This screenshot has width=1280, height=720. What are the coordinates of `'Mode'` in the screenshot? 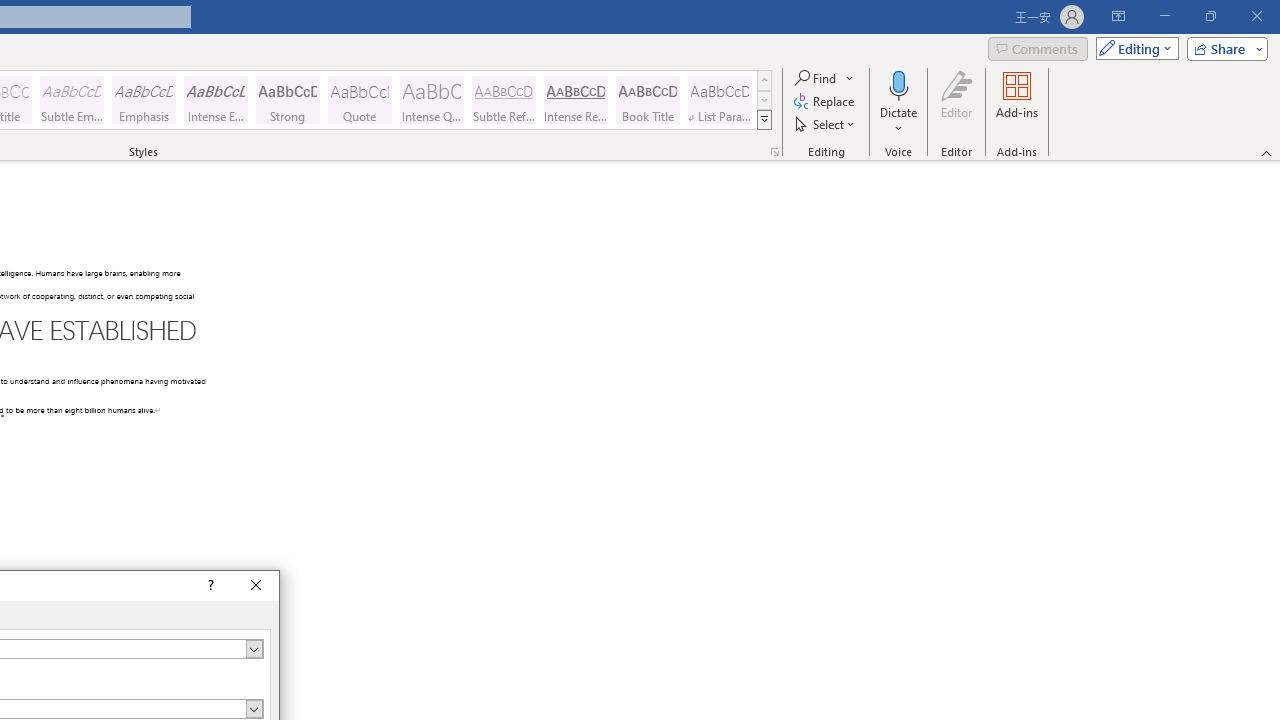 It's located at (1133, 47).